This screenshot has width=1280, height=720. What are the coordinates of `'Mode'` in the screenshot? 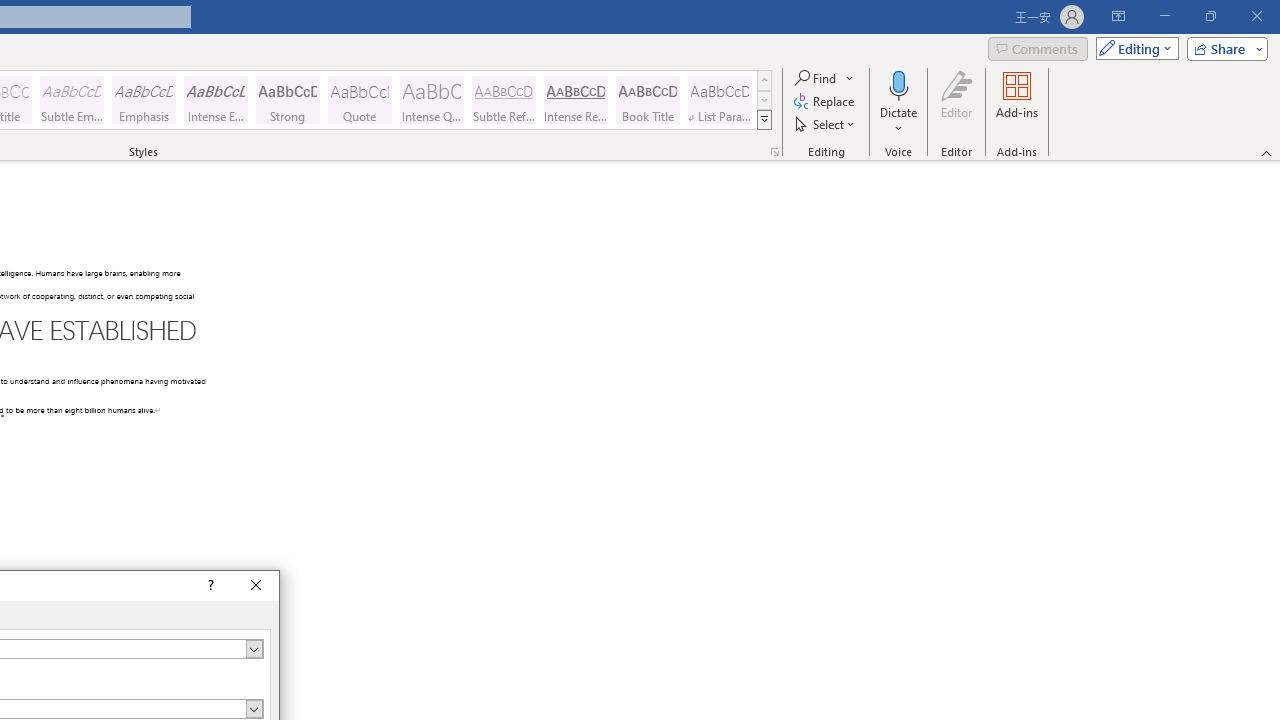 It's located at (1133, 47).